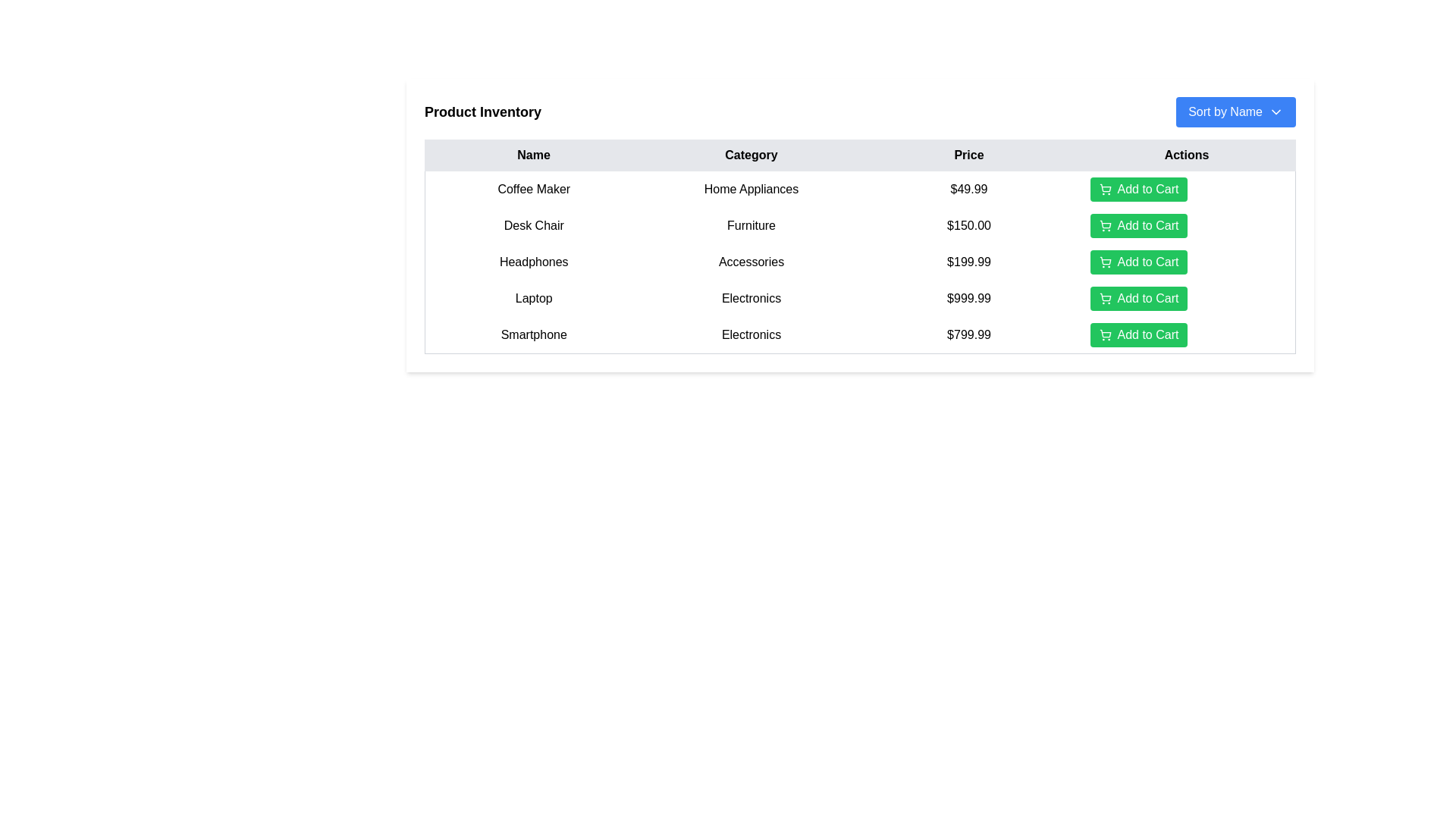  Describe the element at coordinates (1139, 298) in the screenshot. I see `the bright green 'Add to Cart' button with a shopping cart icon, located in the 'Actions' column for the product 'Laptop', to navigate via keyboard` at that location.